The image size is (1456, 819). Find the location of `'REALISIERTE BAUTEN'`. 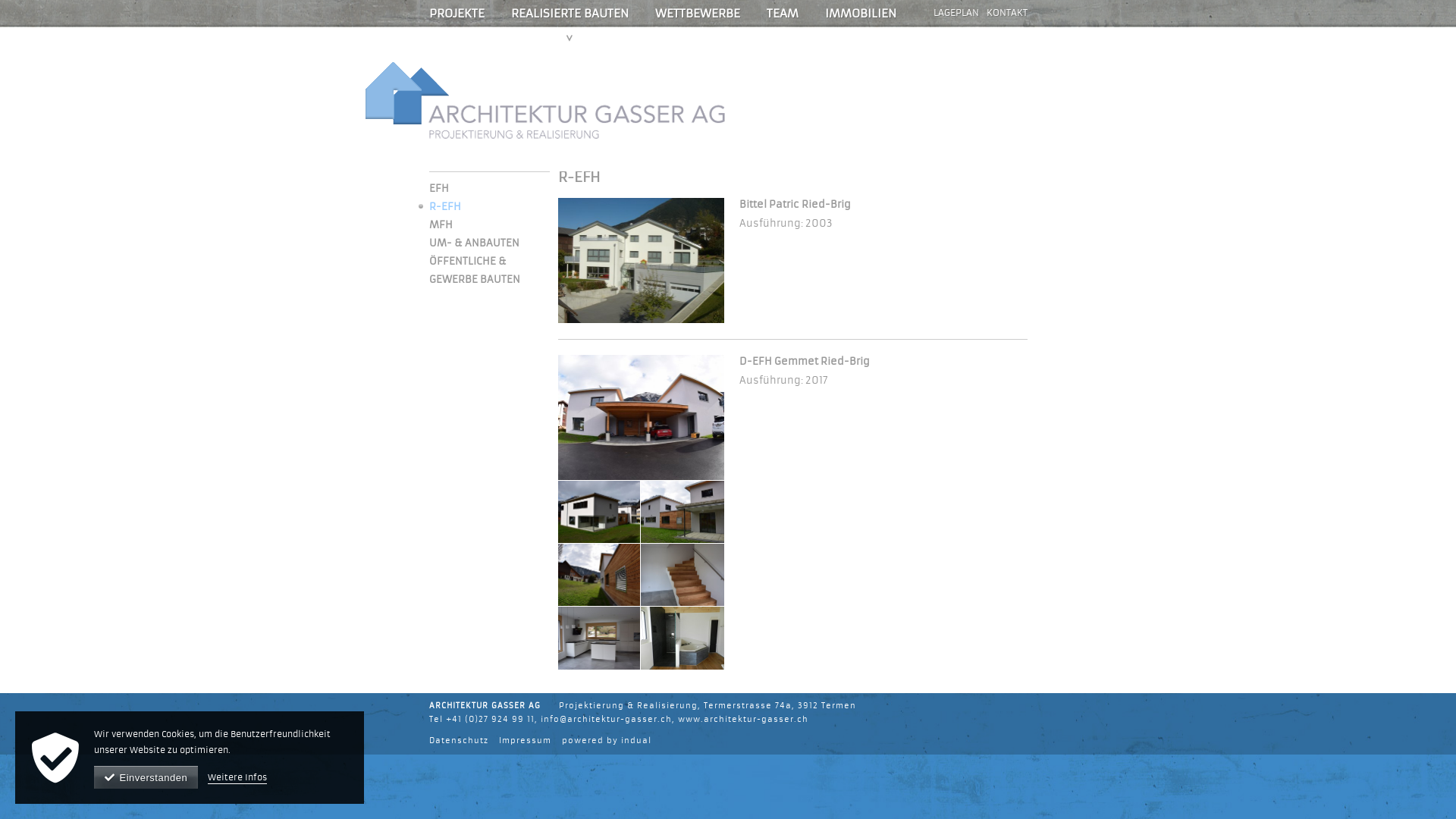

'REALISIERTE BAUTEN' is located at coordinates (569, 13).